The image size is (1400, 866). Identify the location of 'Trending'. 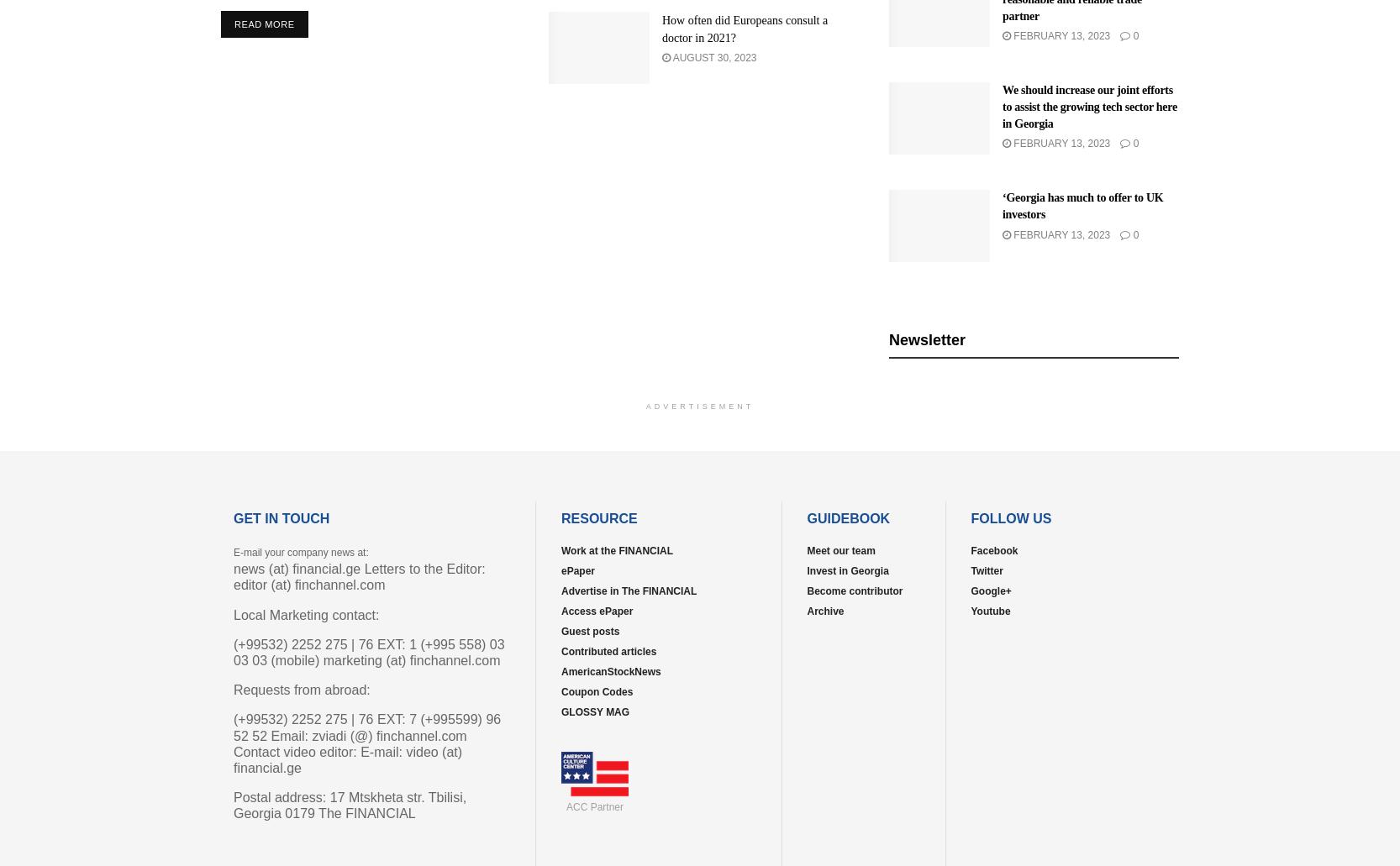
(914, 594).